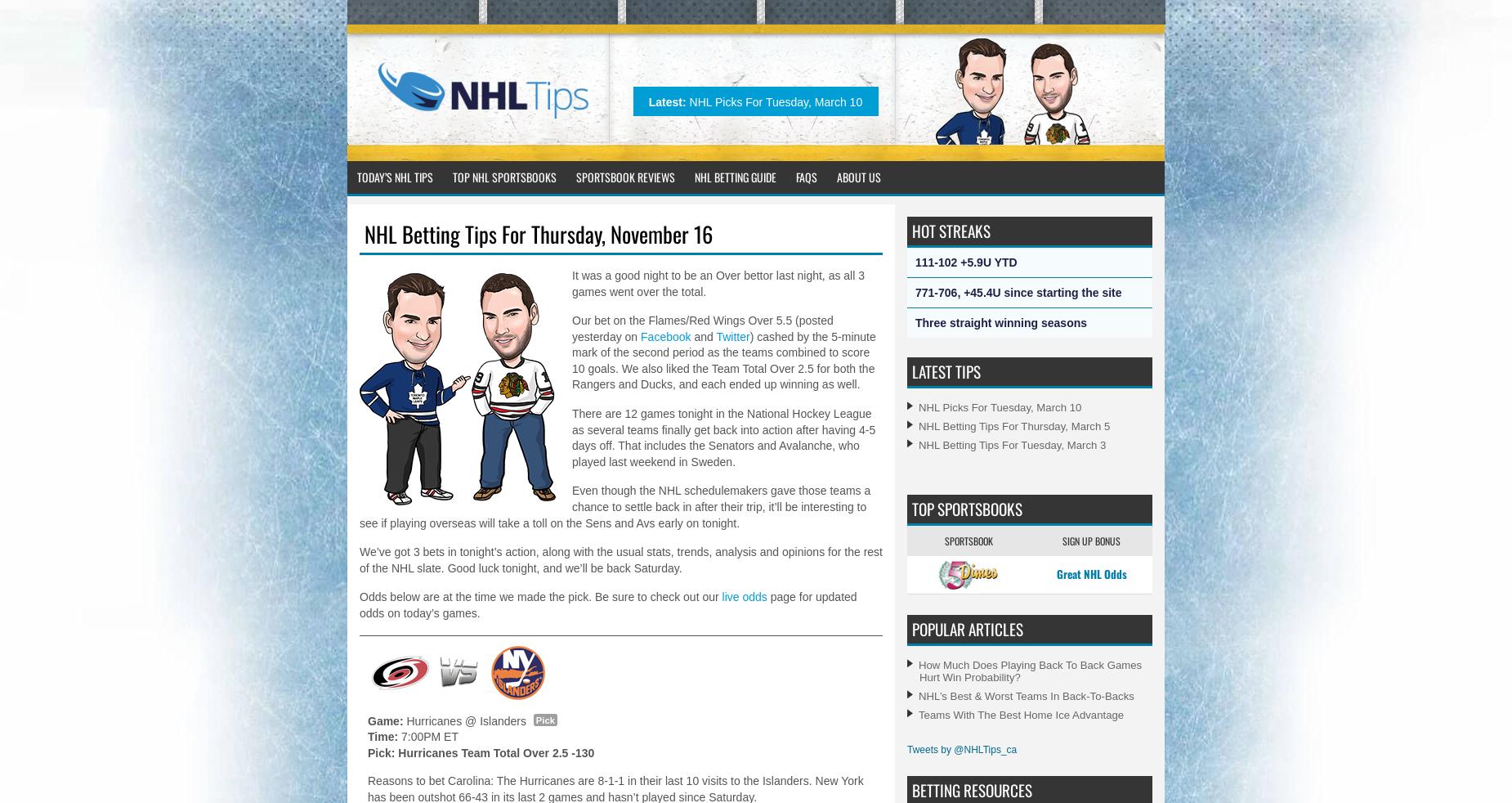 The width and height of the screenshot is (1512, 803). I want to click on '111-102 +5.9U YTD', so click(964, 262).